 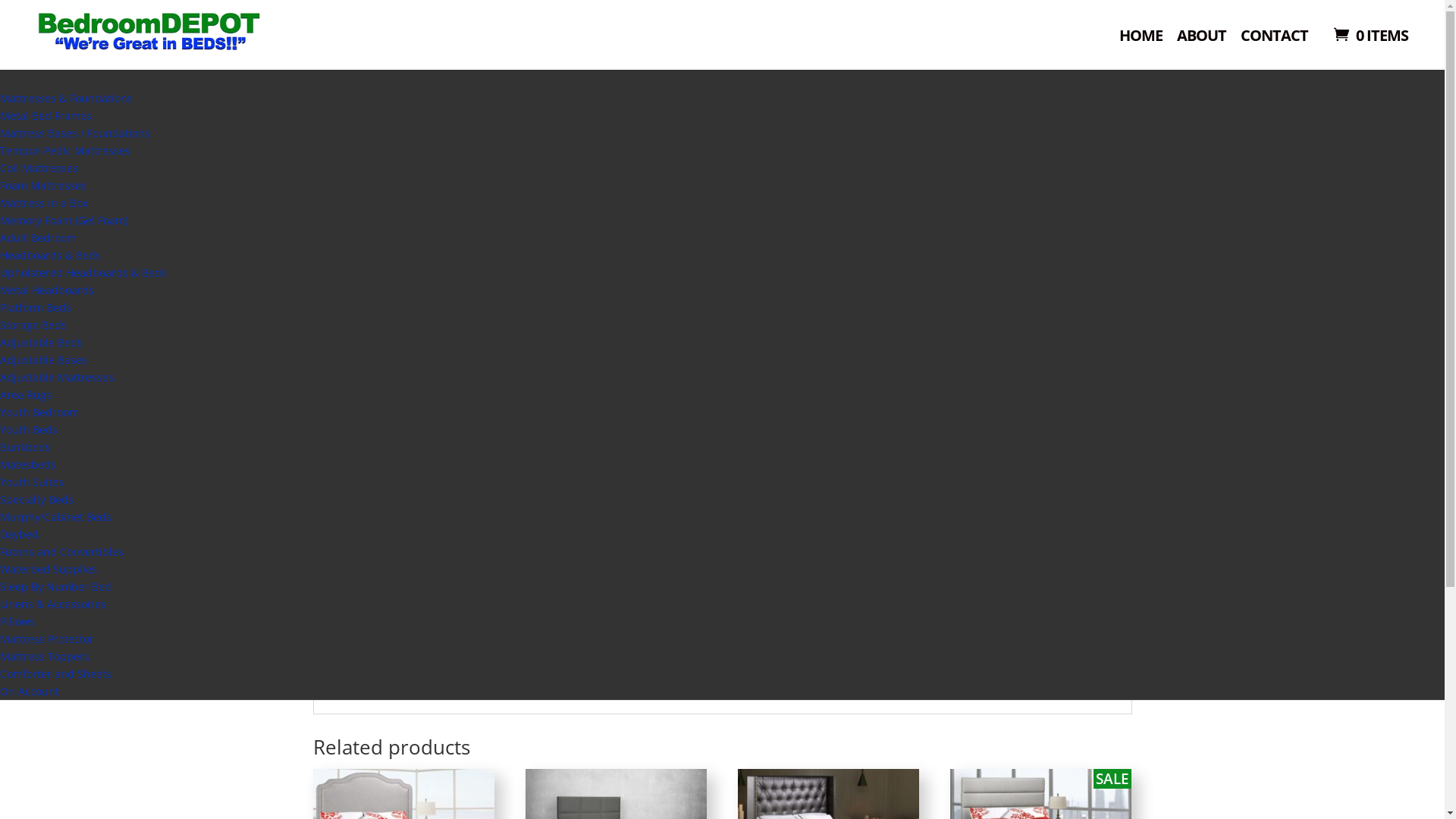 What do you see at coordinates (797, 482) in the screenshot?
I see `'Description'` at bounding box center [797, 482].